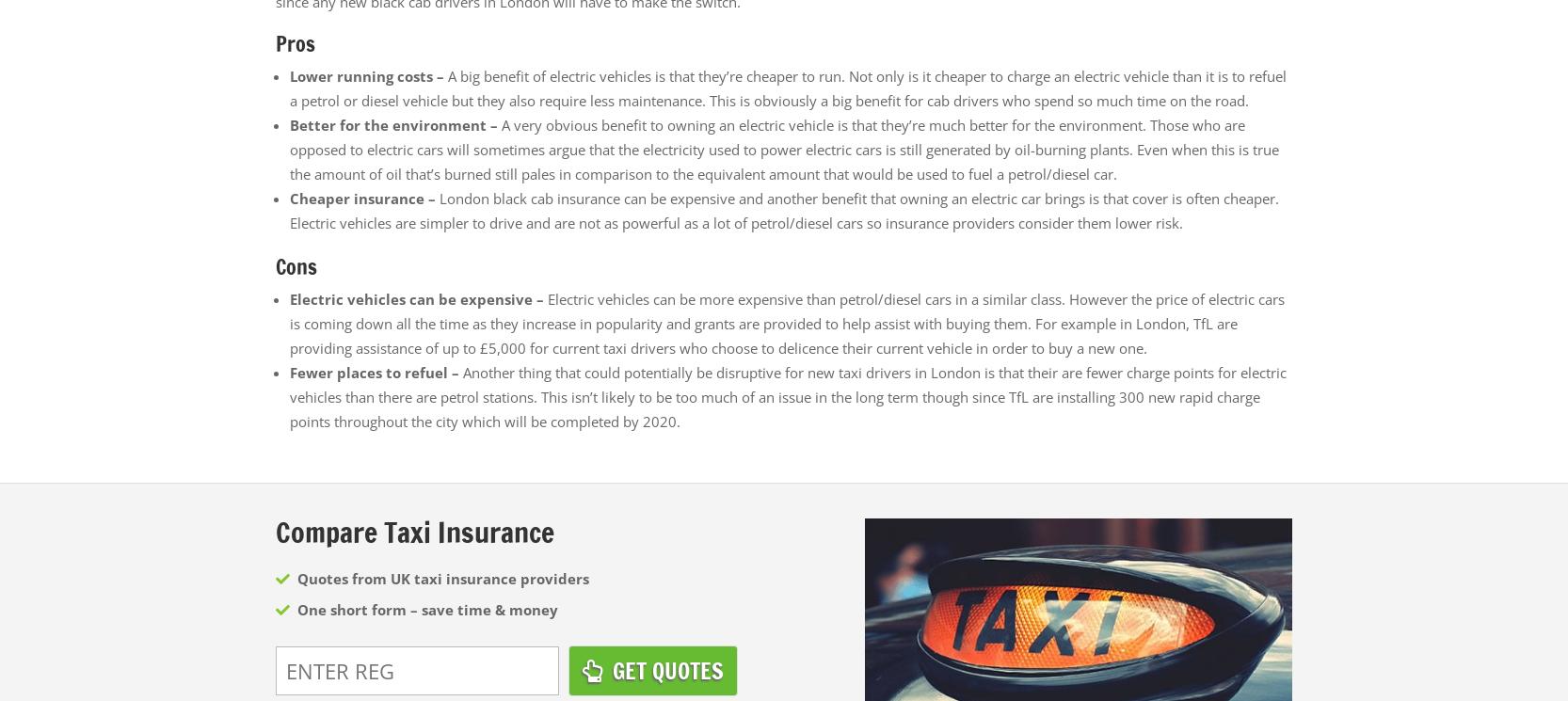  I want to click on 'A very obvious benefit to owning an electric vehicle is that they’re much better for the environment. Those who are opposed to electric cars will sometimes argue that the electricity used to power electric cars is still generated by oil-burning plants. Even when this is true the amount of oil that’s burned still pales in comparison to the equivalent amount that would be used to fuel a petrol/diesel car.', so click(289, 149).